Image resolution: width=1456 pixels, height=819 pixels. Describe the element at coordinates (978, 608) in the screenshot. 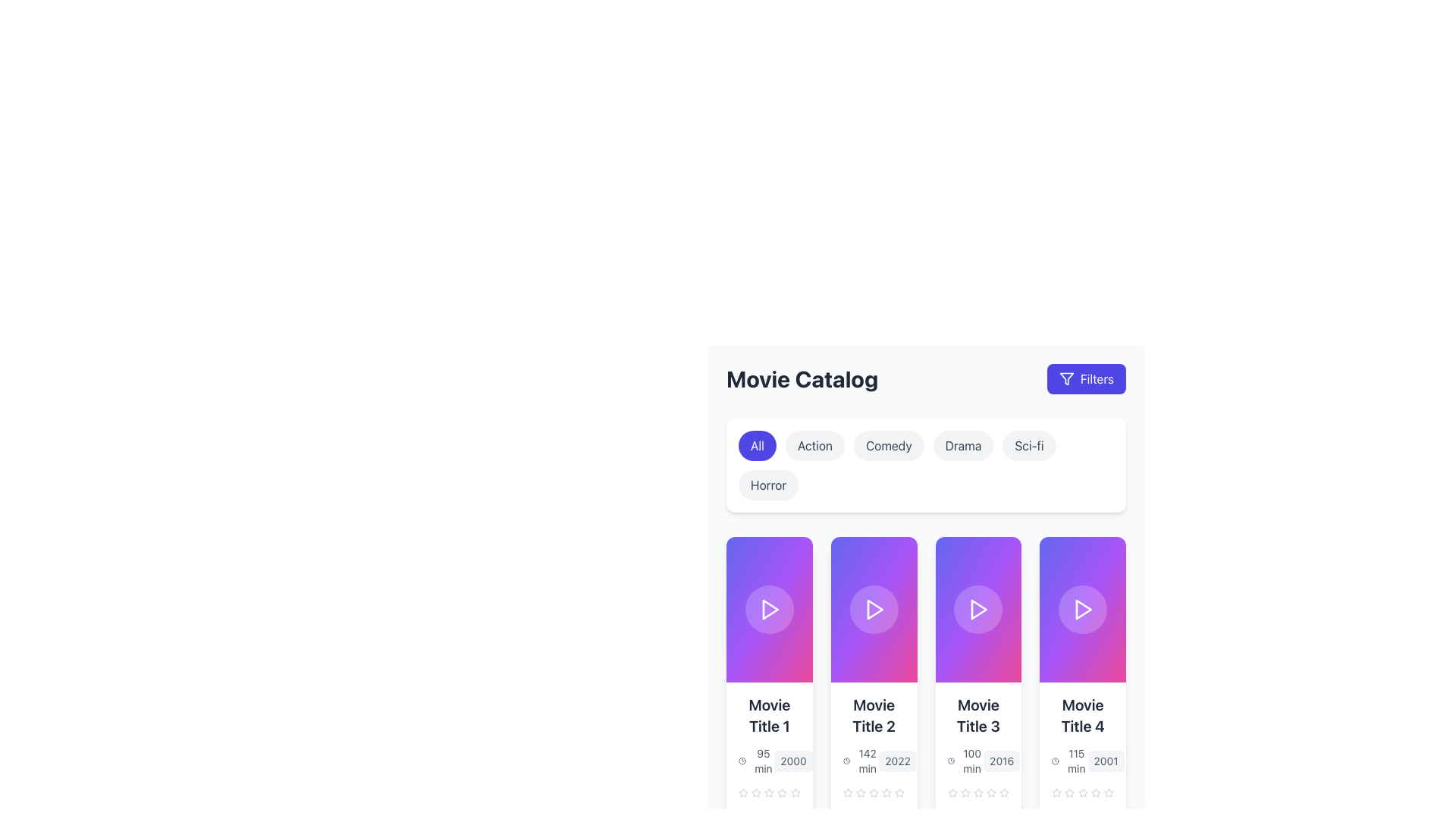

I see `the play icon, which is an equilateral triangle pointing to the right, enclosed within a circular area, located in the top section of the third movie card with a gradient background from purple to pink` at that location.